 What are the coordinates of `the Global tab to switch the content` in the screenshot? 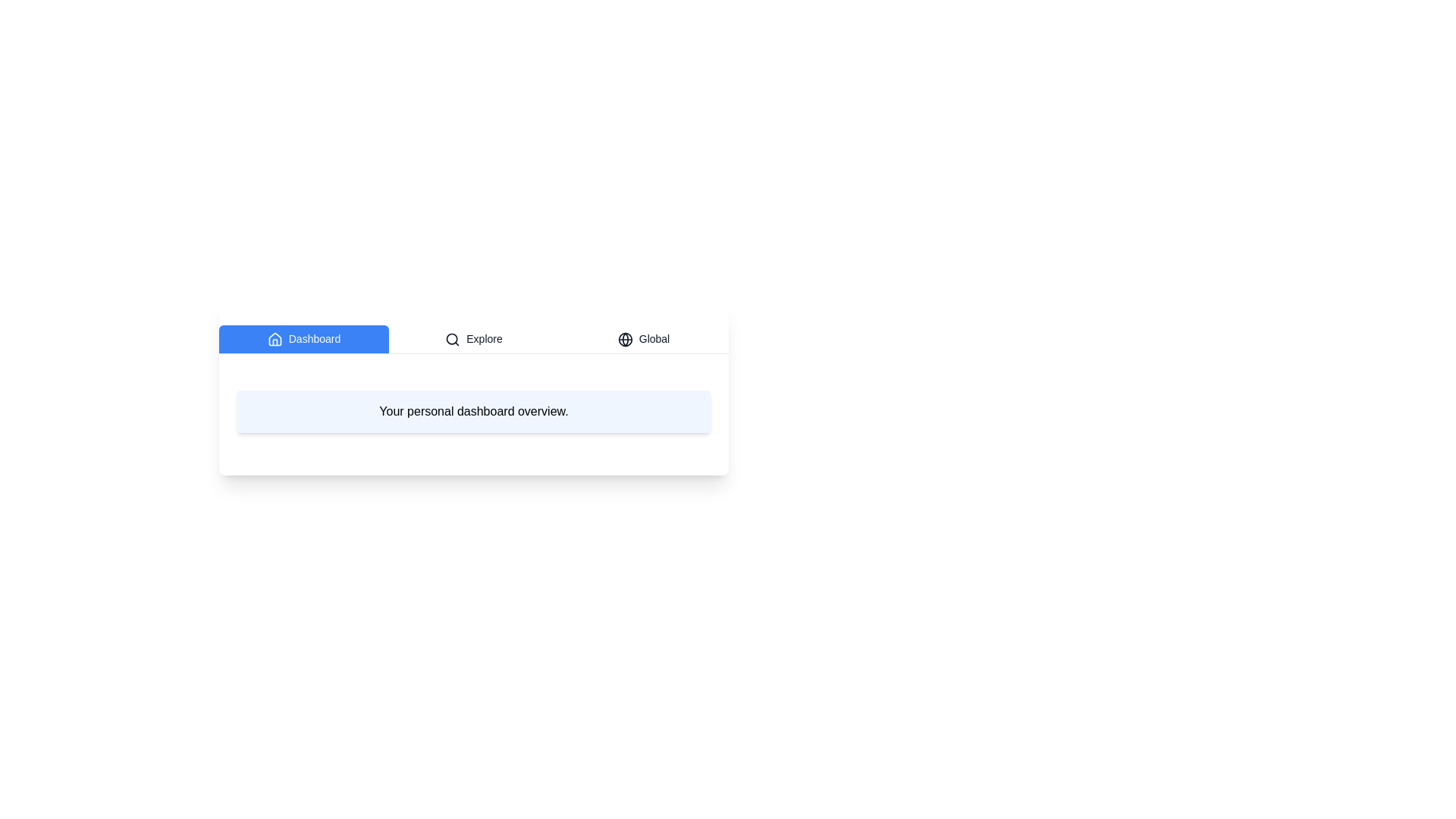 It's located at (644, 338).